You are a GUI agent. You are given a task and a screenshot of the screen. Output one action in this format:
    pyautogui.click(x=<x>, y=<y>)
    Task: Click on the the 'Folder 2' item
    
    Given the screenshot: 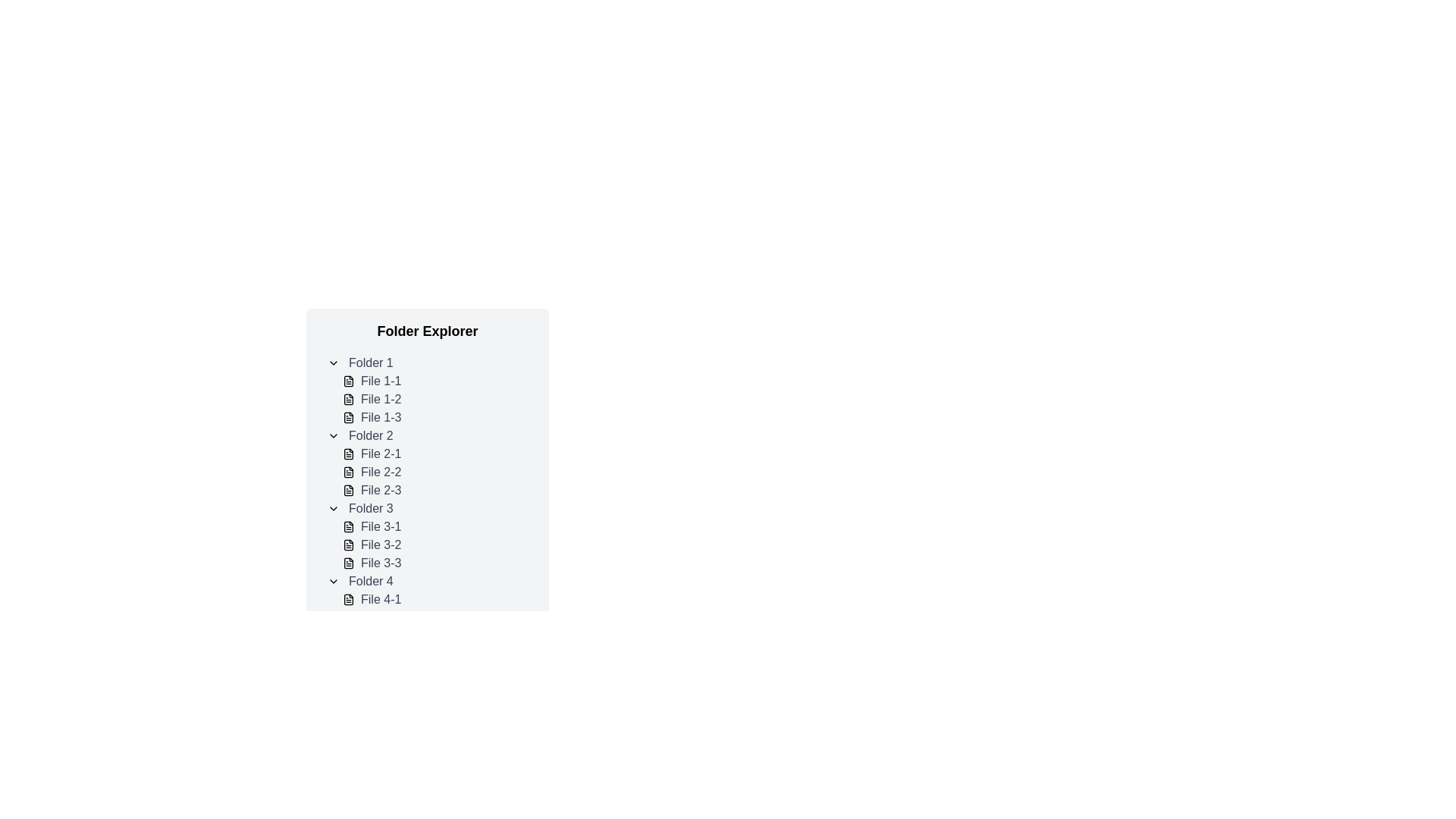 What is the action you would take?
    pyautogui.click(x=429, y=435)
    